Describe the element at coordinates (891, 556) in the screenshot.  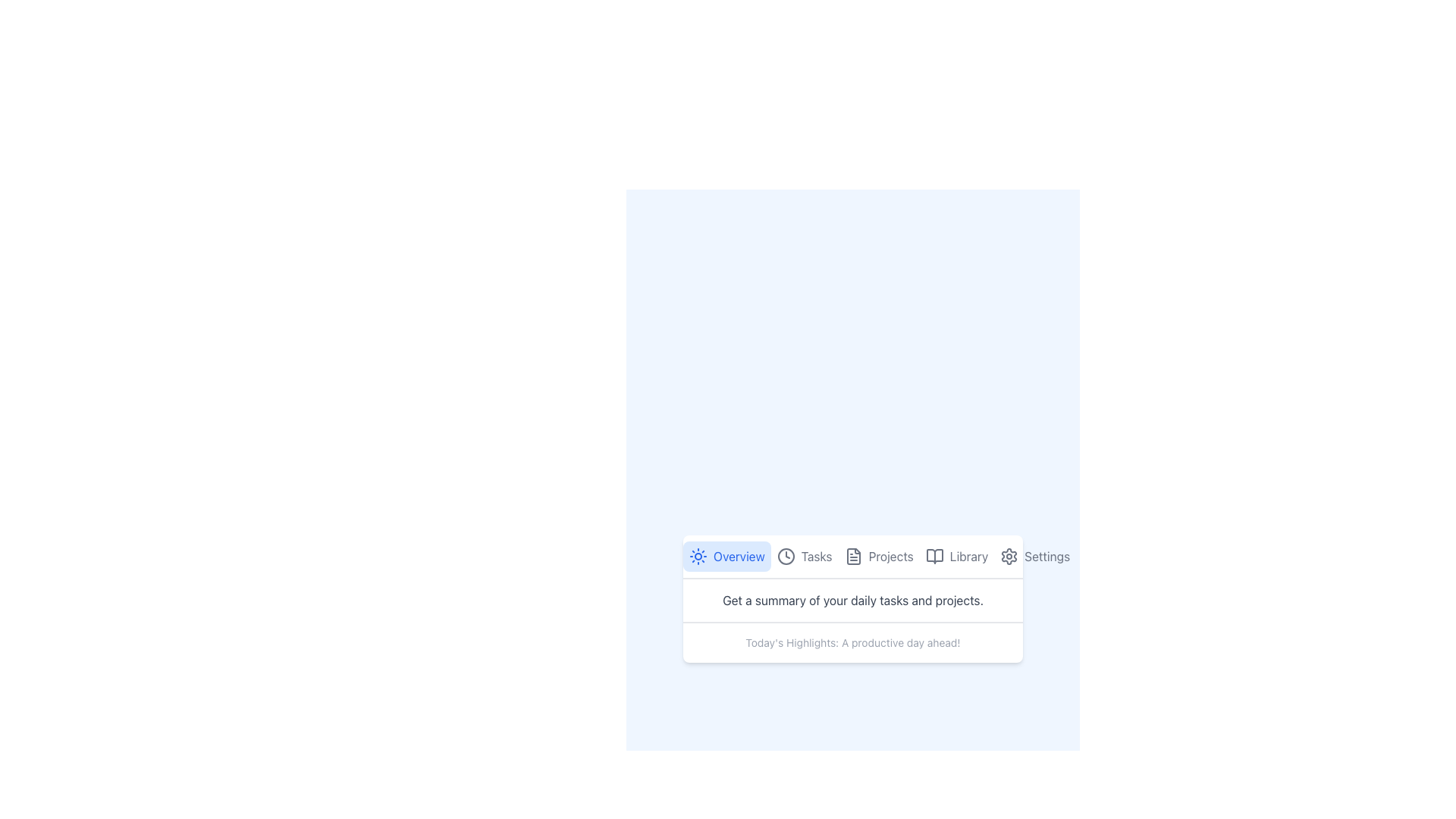
I see `the text label 'Projects' in the navigation bar, which is the third item following 'Tasks' and preceding 'Library'` at that location.